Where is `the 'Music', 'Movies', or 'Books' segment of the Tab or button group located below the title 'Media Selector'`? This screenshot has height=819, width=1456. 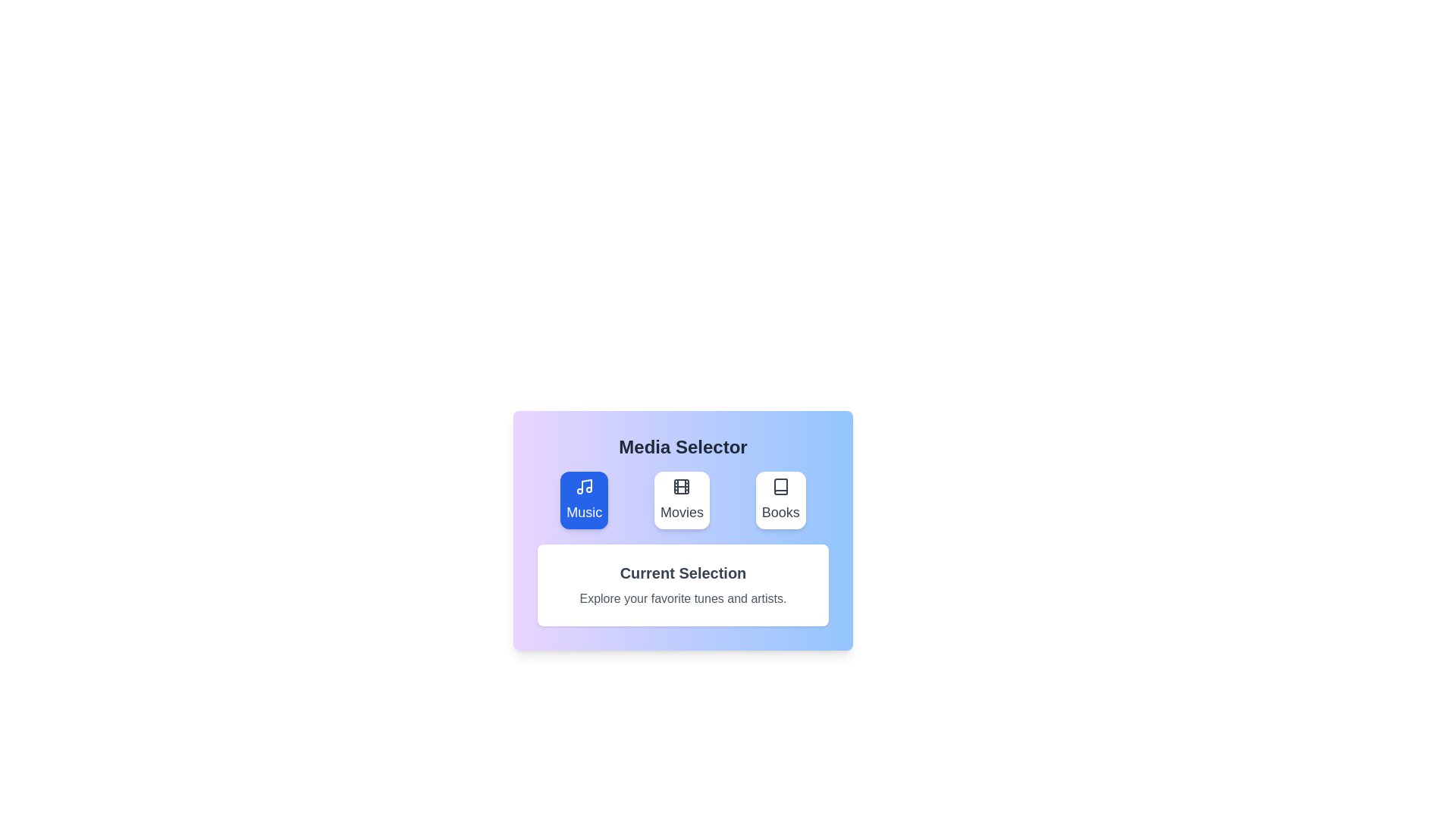
the 'Music', 'Movies', or 'Books' segment of the Tab or button group located below the title 'Media Selector' is located at coordinates (682, 500).